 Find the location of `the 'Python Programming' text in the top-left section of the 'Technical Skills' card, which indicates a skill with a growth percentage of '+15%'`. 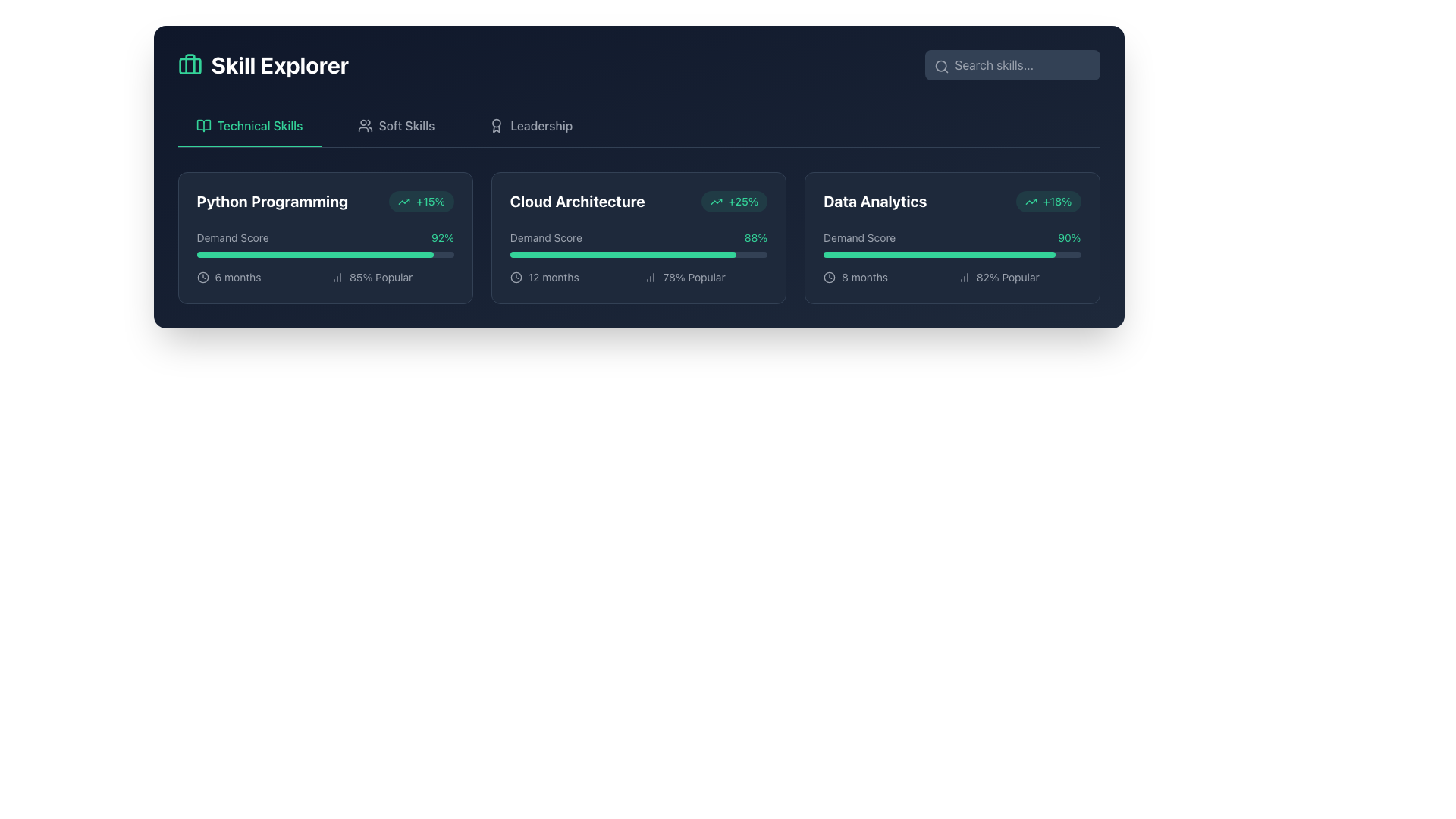

the 'Python Programming' text in the top-left section of the 'Technical Skills' card, which indicates a skill with a growth percentage of '+15%' is located at coordinates (325, 201).